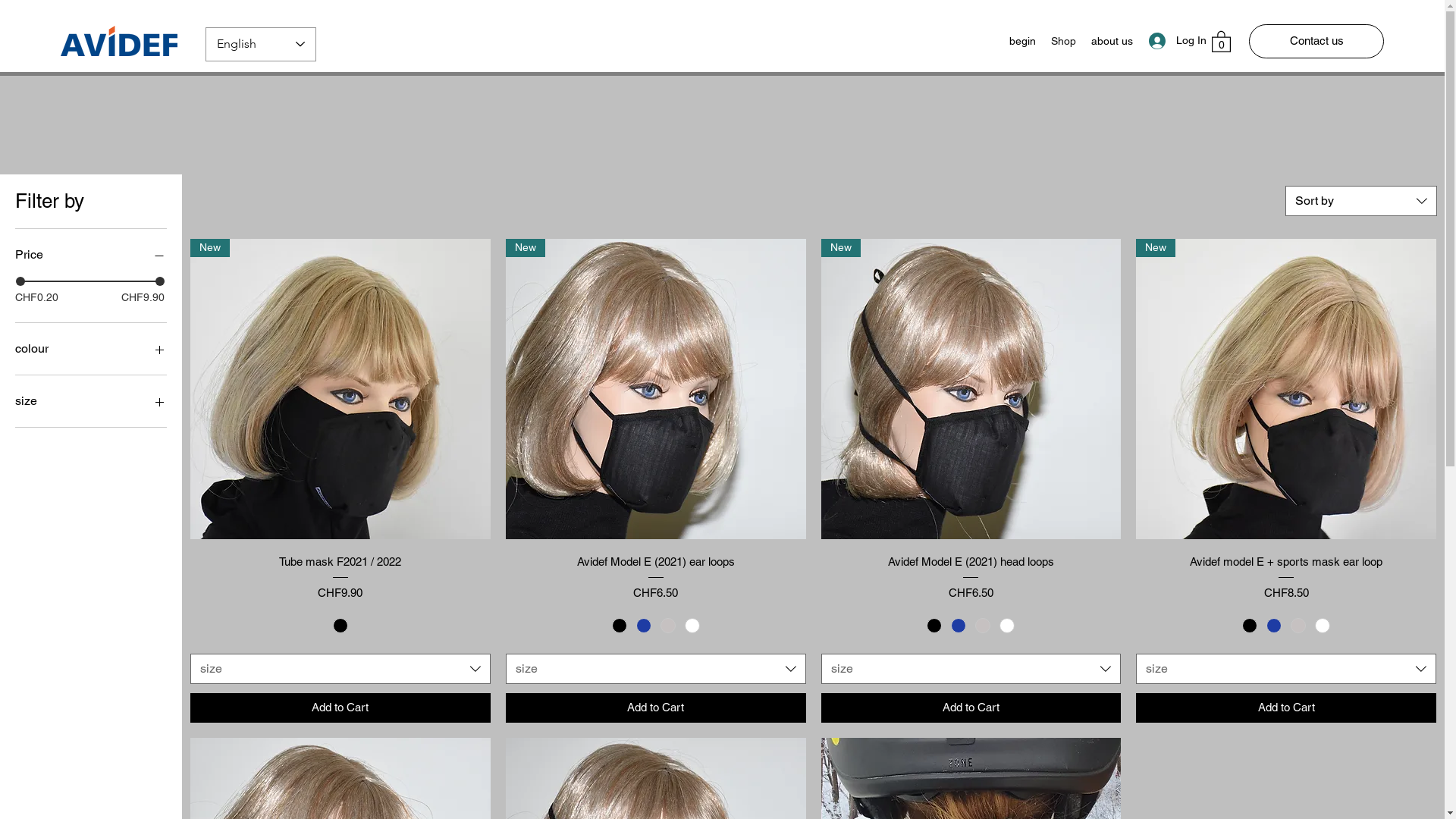 Image resolution: width=1456 pixels, height=819 pixels. Describe the element at coordinates (1284, 200) in the screenshot. I see `'Sort by'` at that location.